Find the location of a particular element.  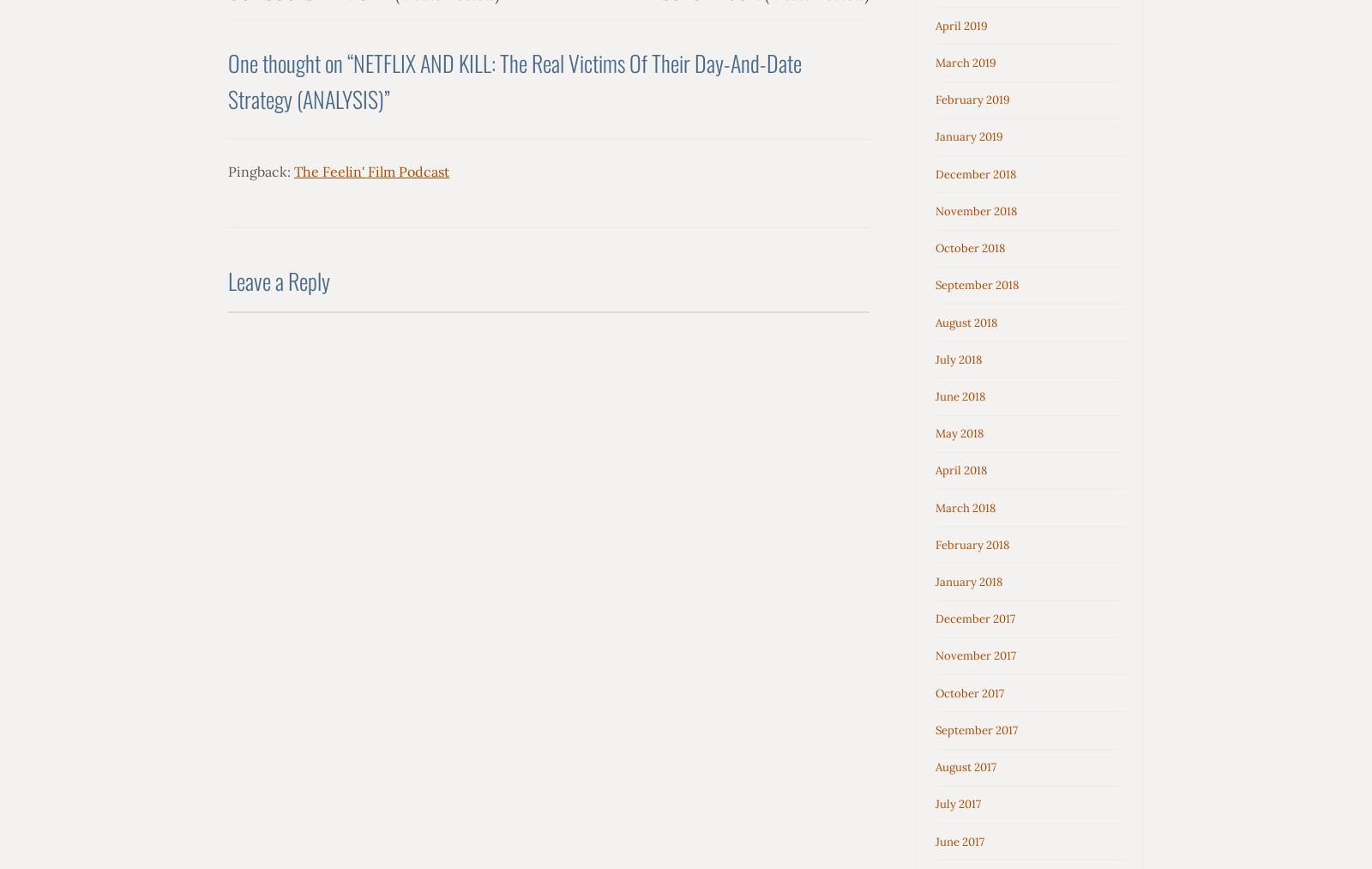

'April 2018' is located at coordinates (960, 470).